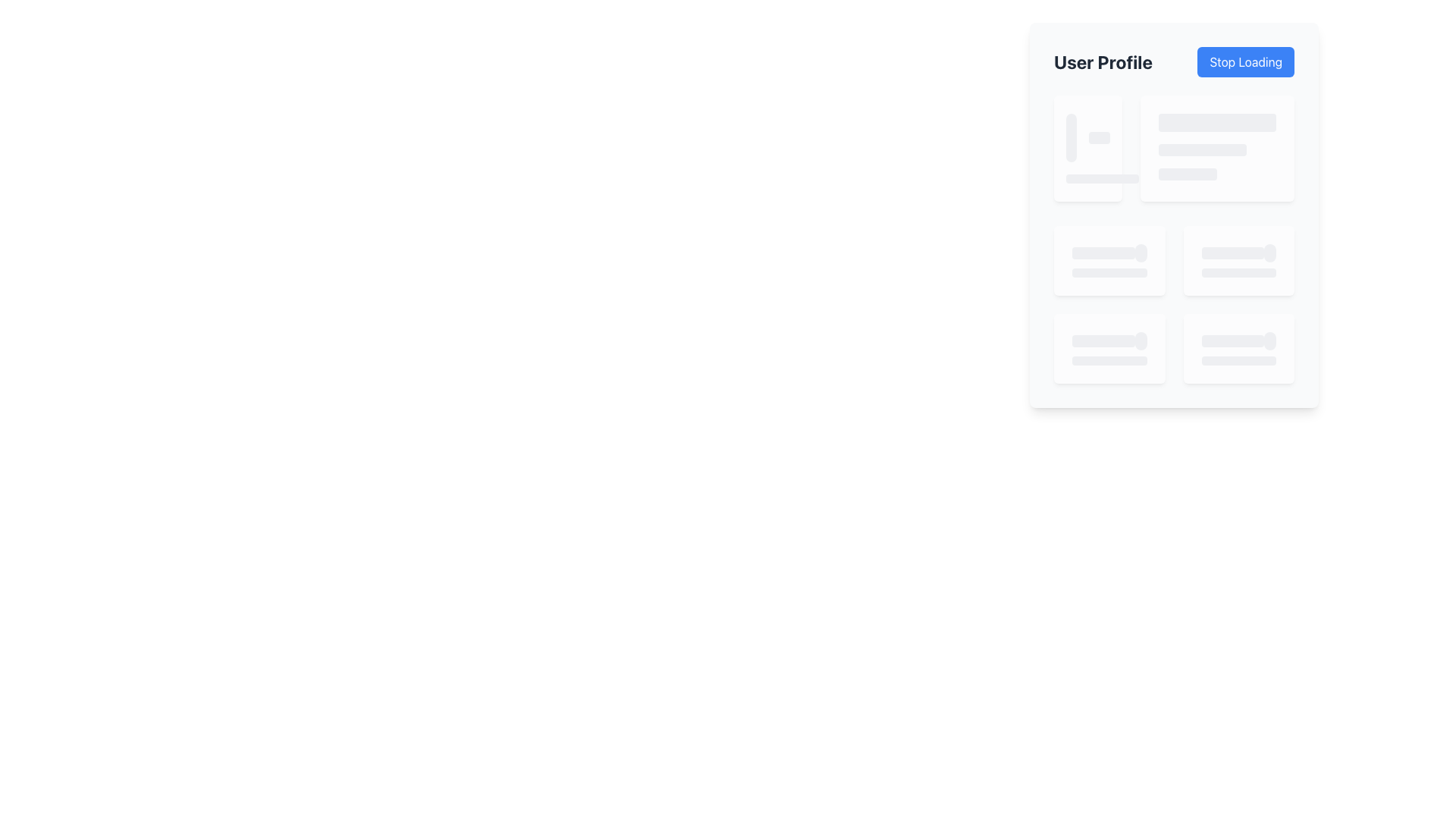 This screenshot has width=1456, height=819. Describe the element at coordinates (1103, 177) in the screenshot. I see `the horizontally oriented gray-colored placeholder bar located at the bottom of the card, which has rounded ends and a light gray background` at that location.